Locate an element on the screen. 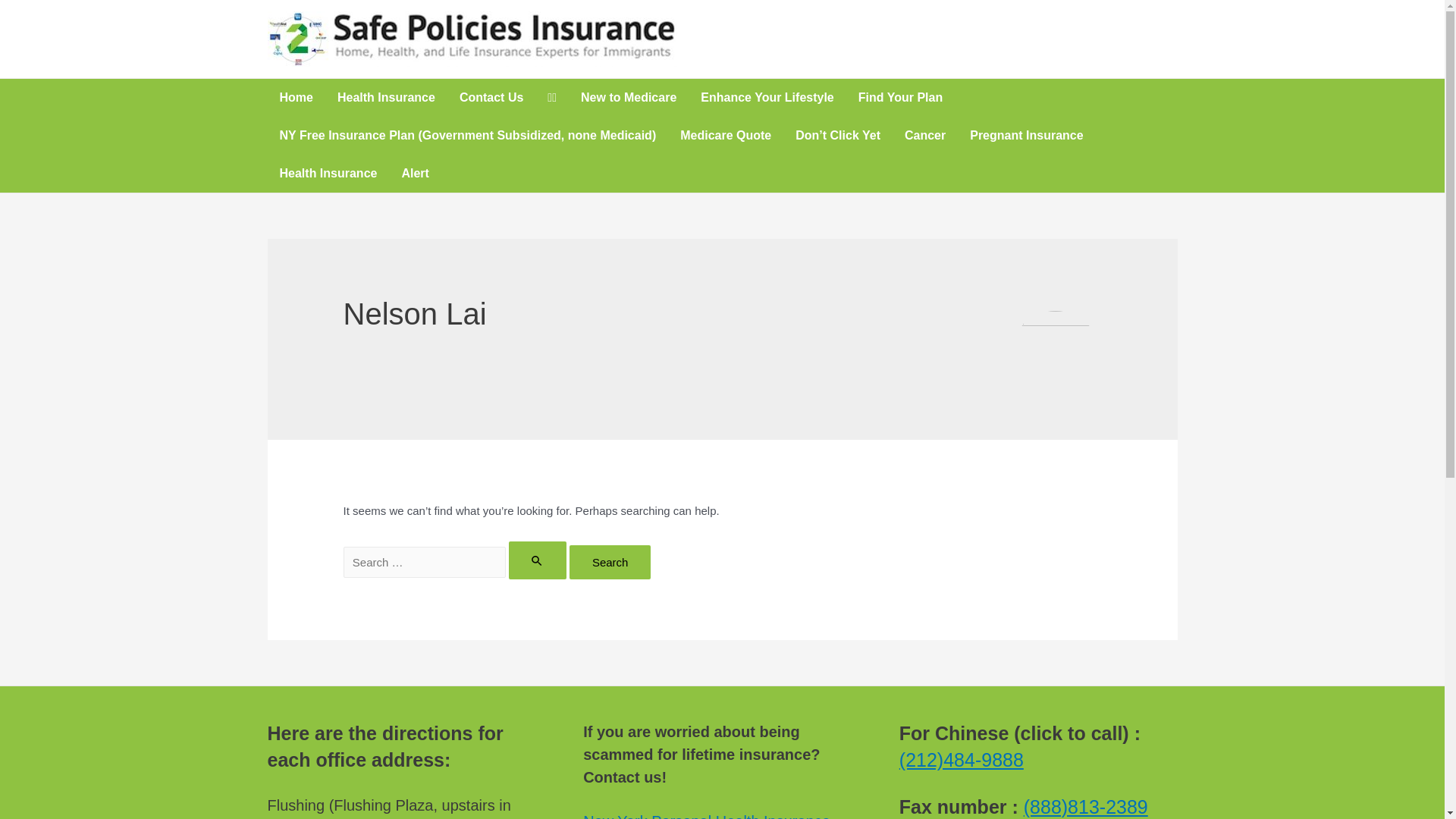  'Health Insurance' is located at coordinates (327, 172).